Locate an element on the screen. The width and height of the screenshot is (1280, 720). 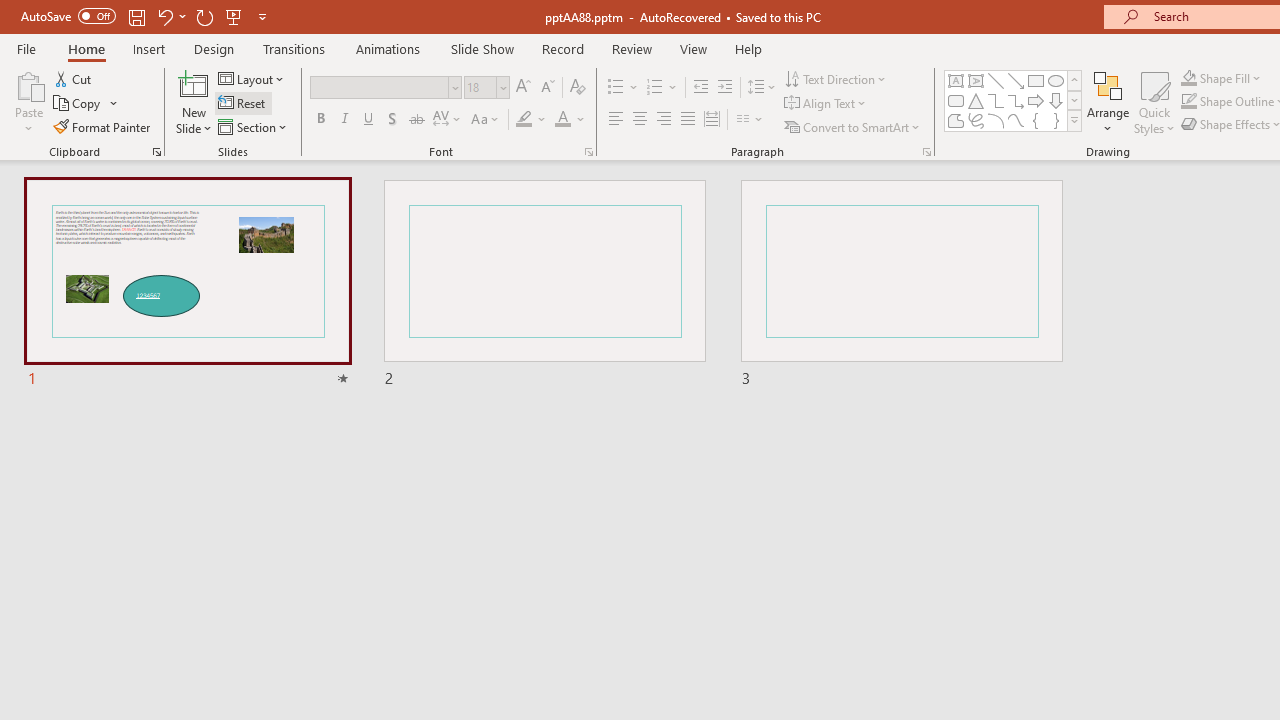
'Shape Outline Teal, Accent 1' is located at coordinates (1189, 101).